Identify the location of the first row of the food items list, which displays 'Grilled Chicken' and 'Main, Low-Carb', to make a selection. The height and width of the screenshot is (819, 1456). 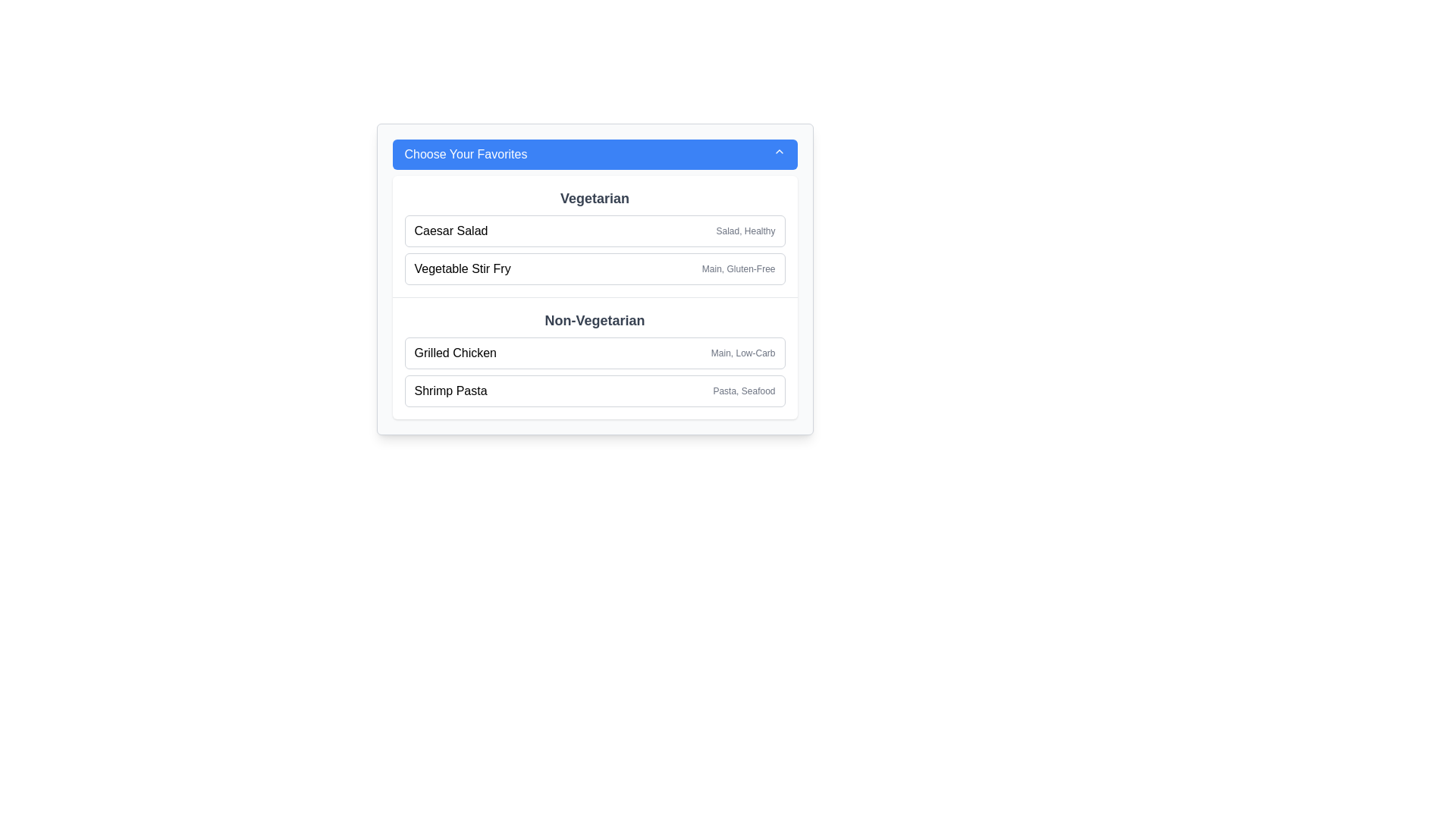
(594, 372).